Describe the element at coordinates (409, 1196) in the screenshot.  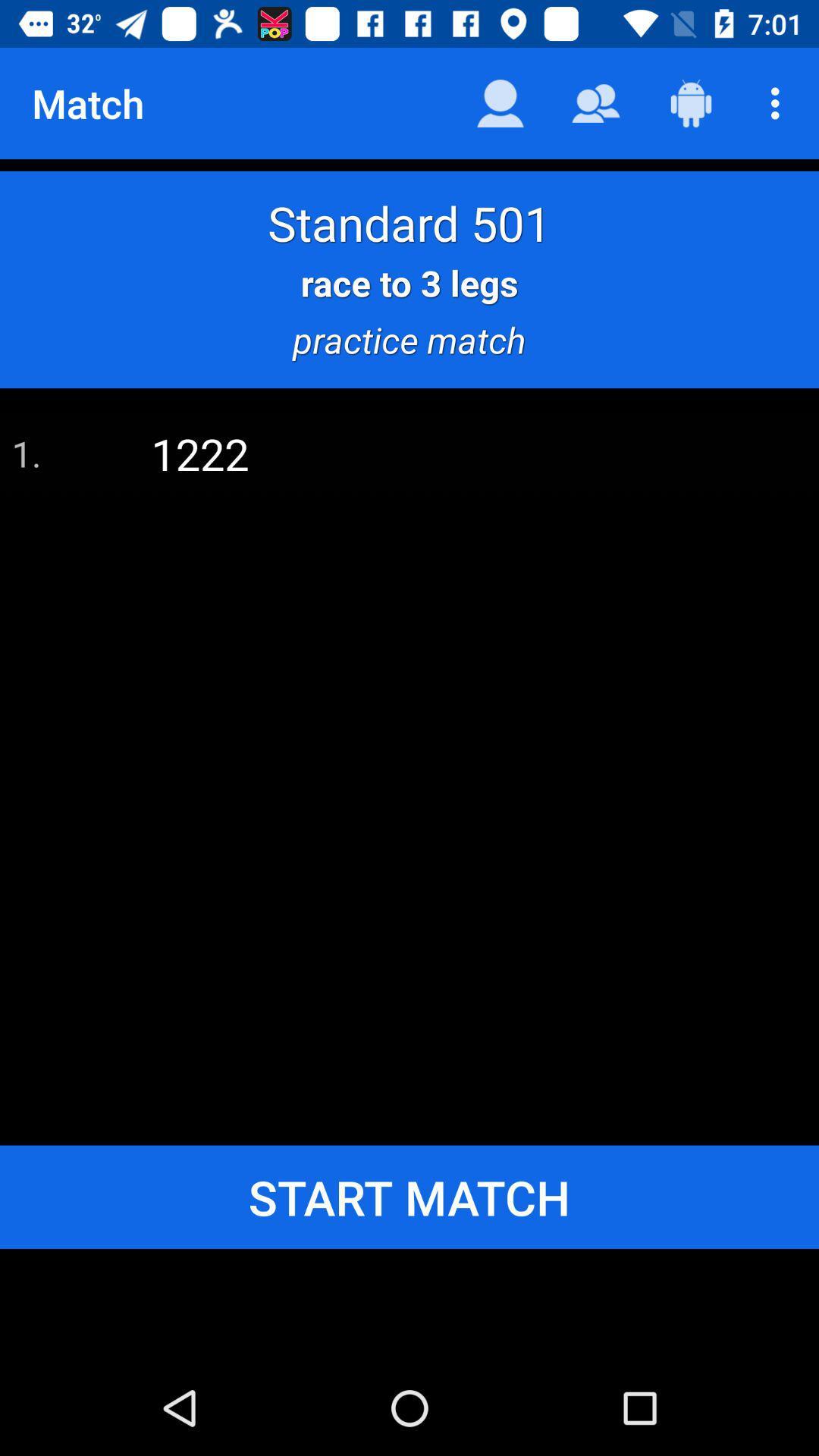
I see `start match button` at that location.